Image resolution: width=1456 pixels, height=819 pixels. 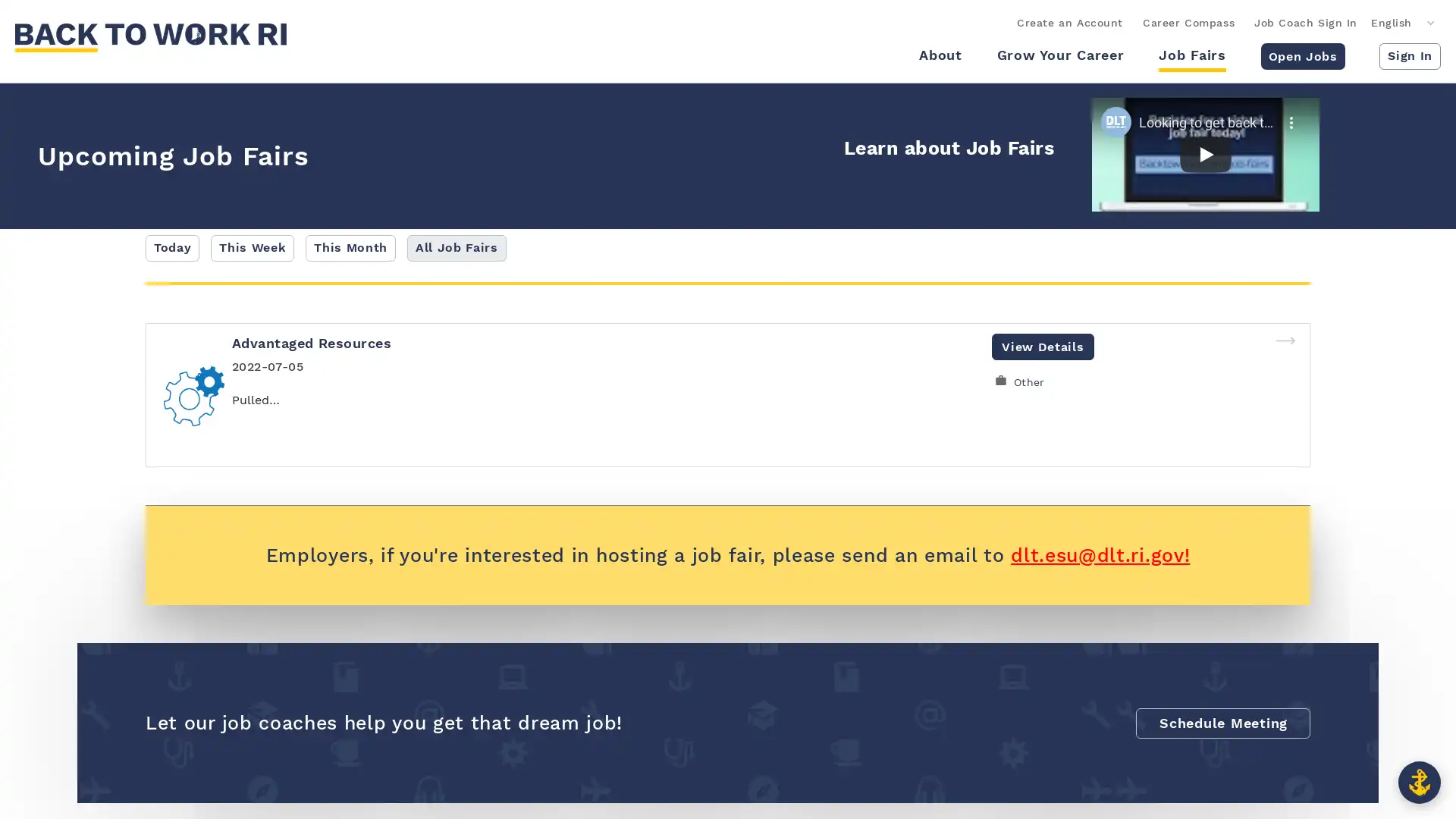 I want to click on View Details, so click(x=1042, y=346).